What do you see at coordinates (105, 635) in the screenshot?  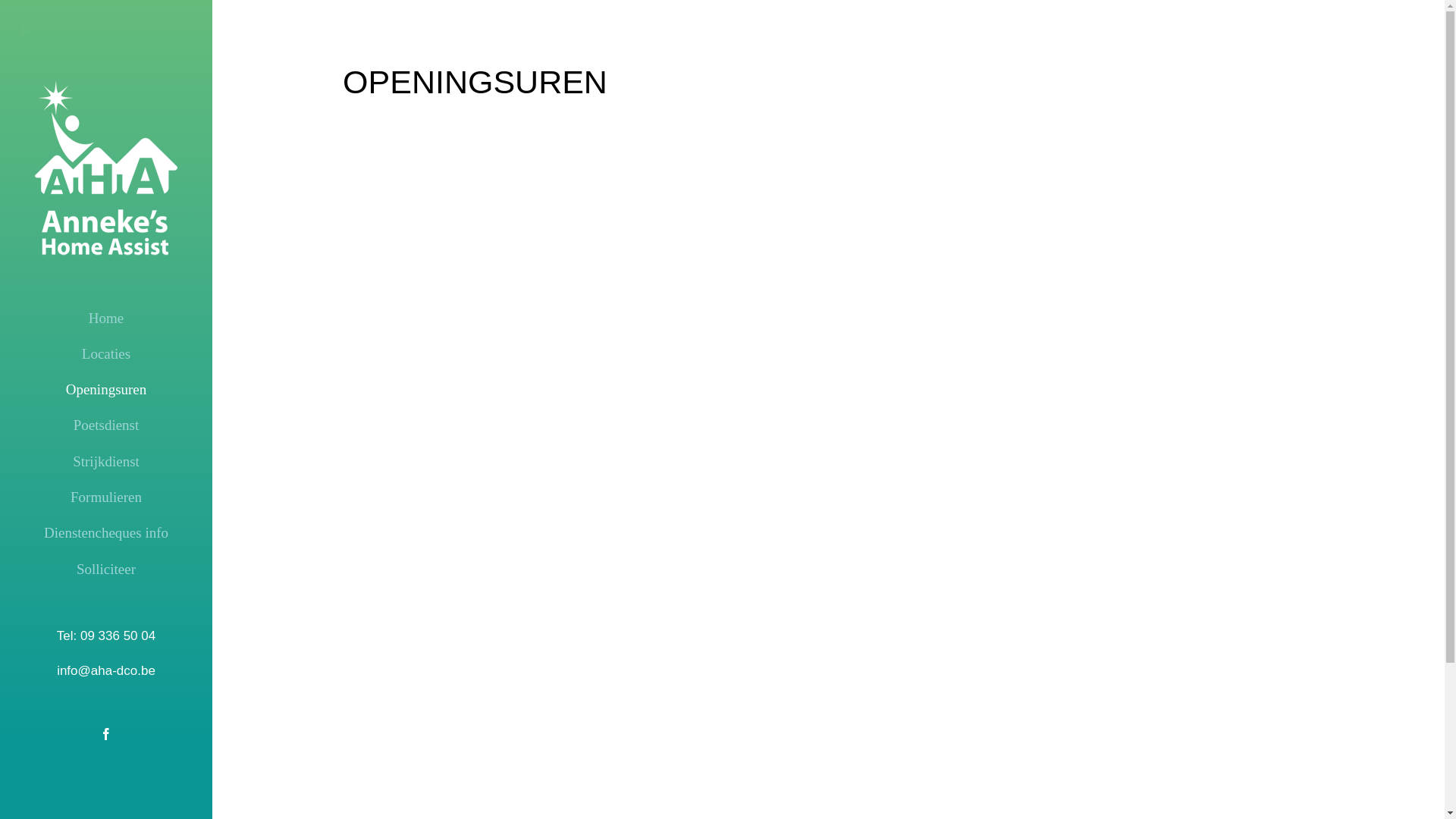 I see `'Tel: 09 336 50 04'` at bounding box center [105, 635].